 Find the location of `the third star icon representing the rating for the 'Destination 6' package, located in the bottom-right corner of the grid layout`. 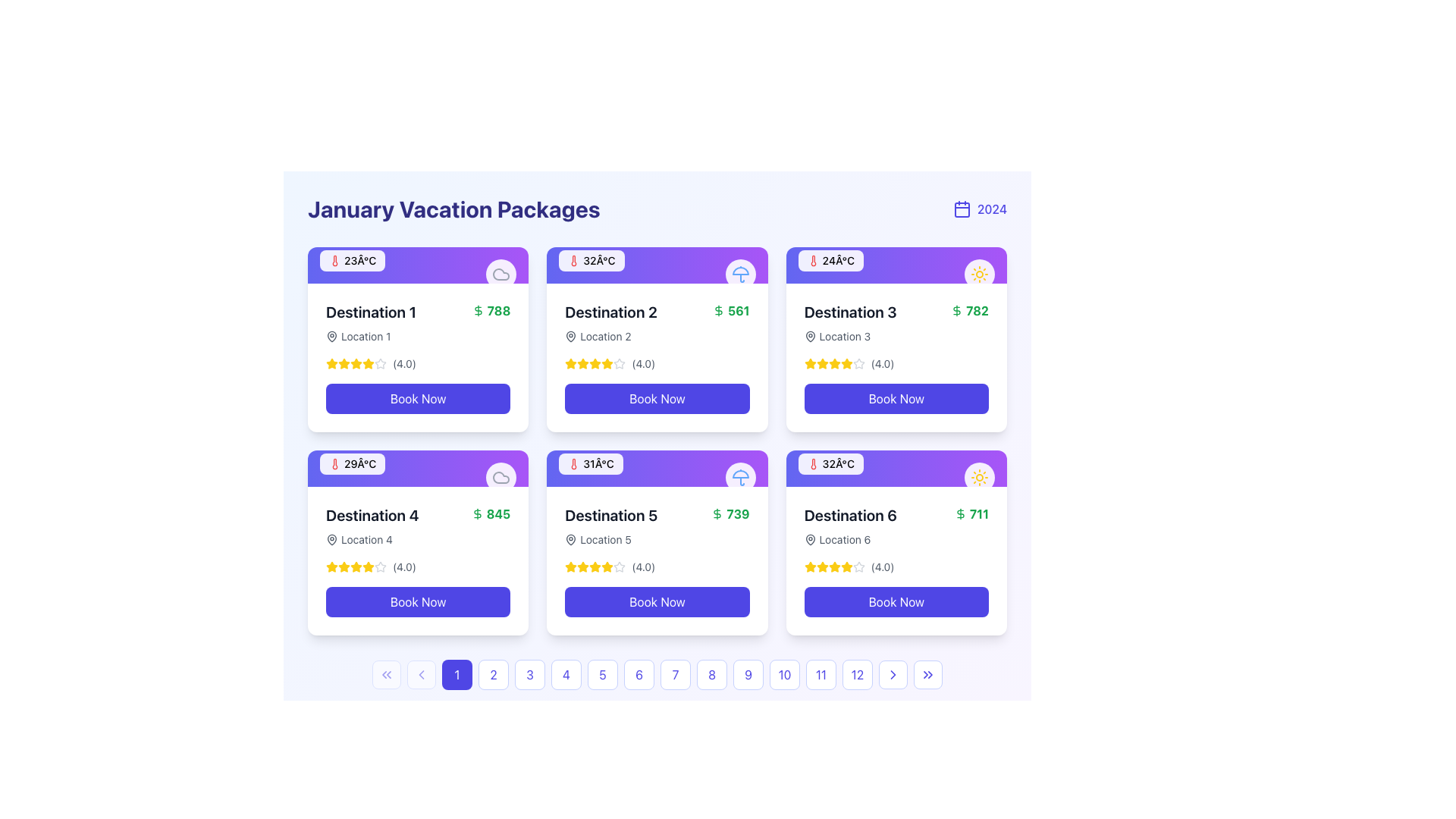

the third star icon representing the rating for the 'Destination 6' package, located in the bottom-right corner of the grid layout is located at coordinates (833, 566).